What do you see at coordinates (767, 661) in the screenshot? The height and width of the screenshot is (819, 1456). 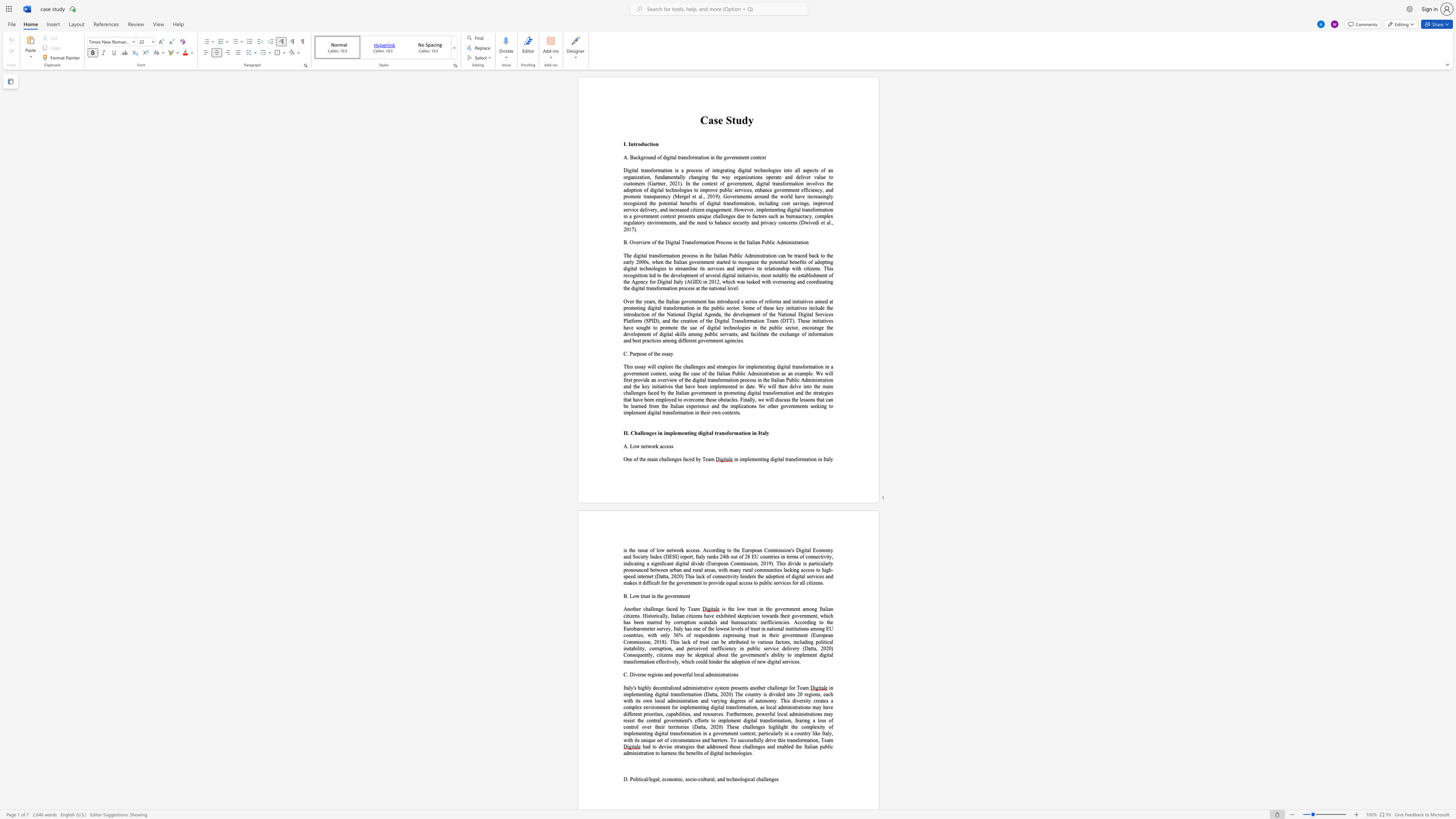 I see `the subset text "digital servi" within the text ", including political instability, corruption, and perceived inefficiency in public service delivery (Datta, 2020) Consequently, citizens may be skeptical about the government"` at bounding box center [767, 661].